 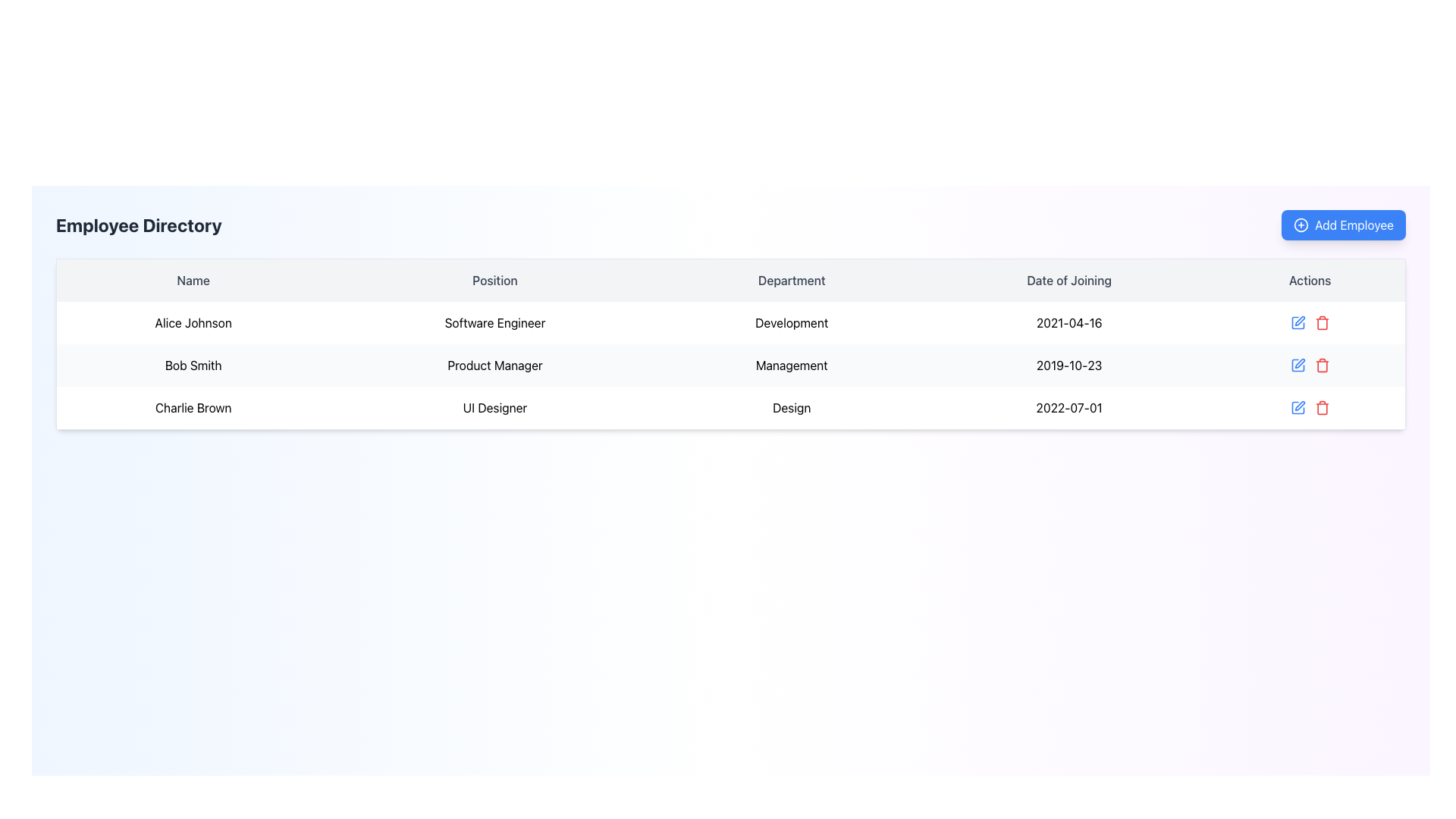 I want to click on the square icon with a pen overlay in the 'Actions' column of the first row for Alice Johnson to initiate editing, so click(x=1297, y=322).